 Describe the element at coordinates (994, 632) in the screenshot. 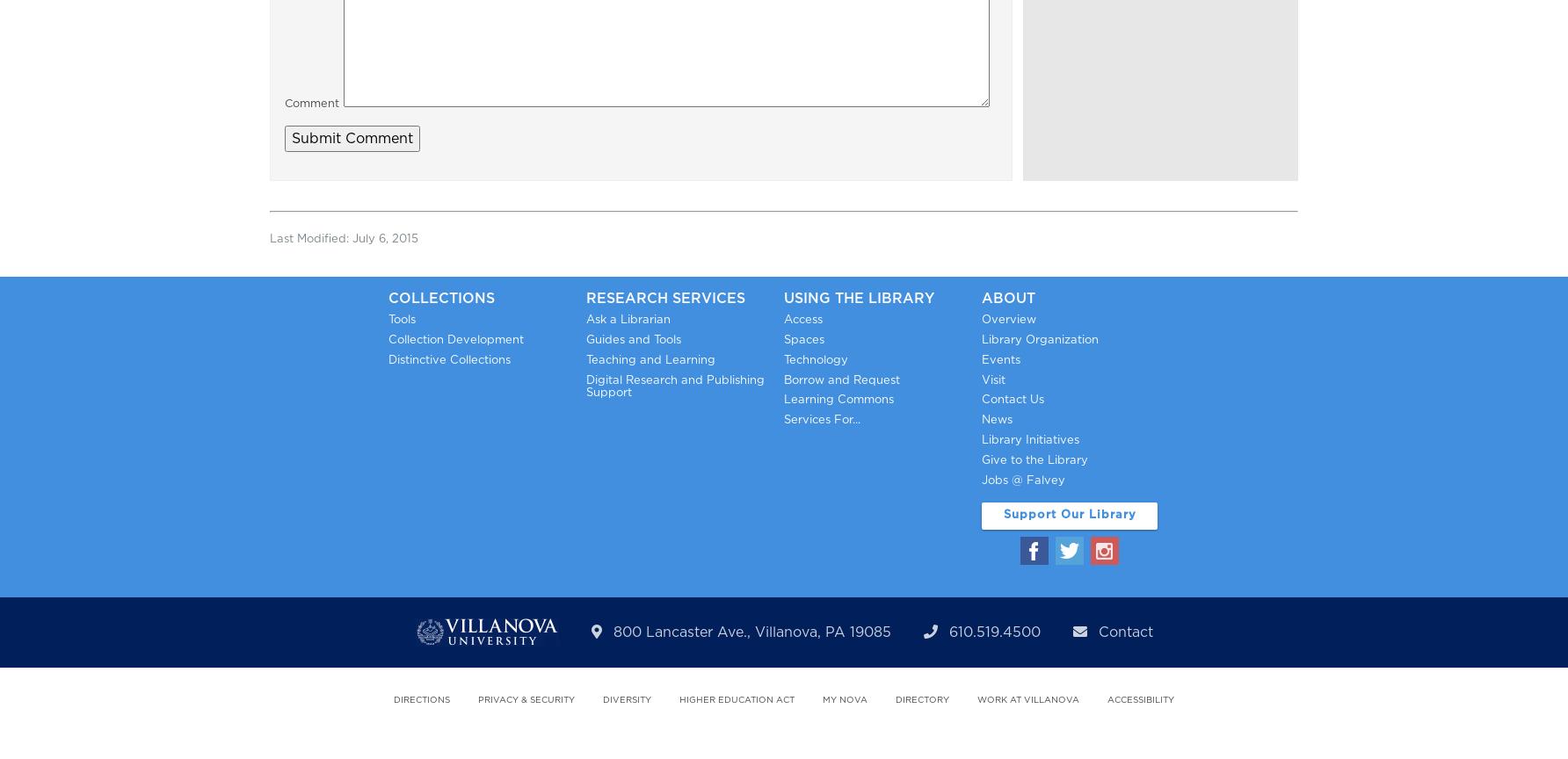

I see `'610.519.4500'` at that location.